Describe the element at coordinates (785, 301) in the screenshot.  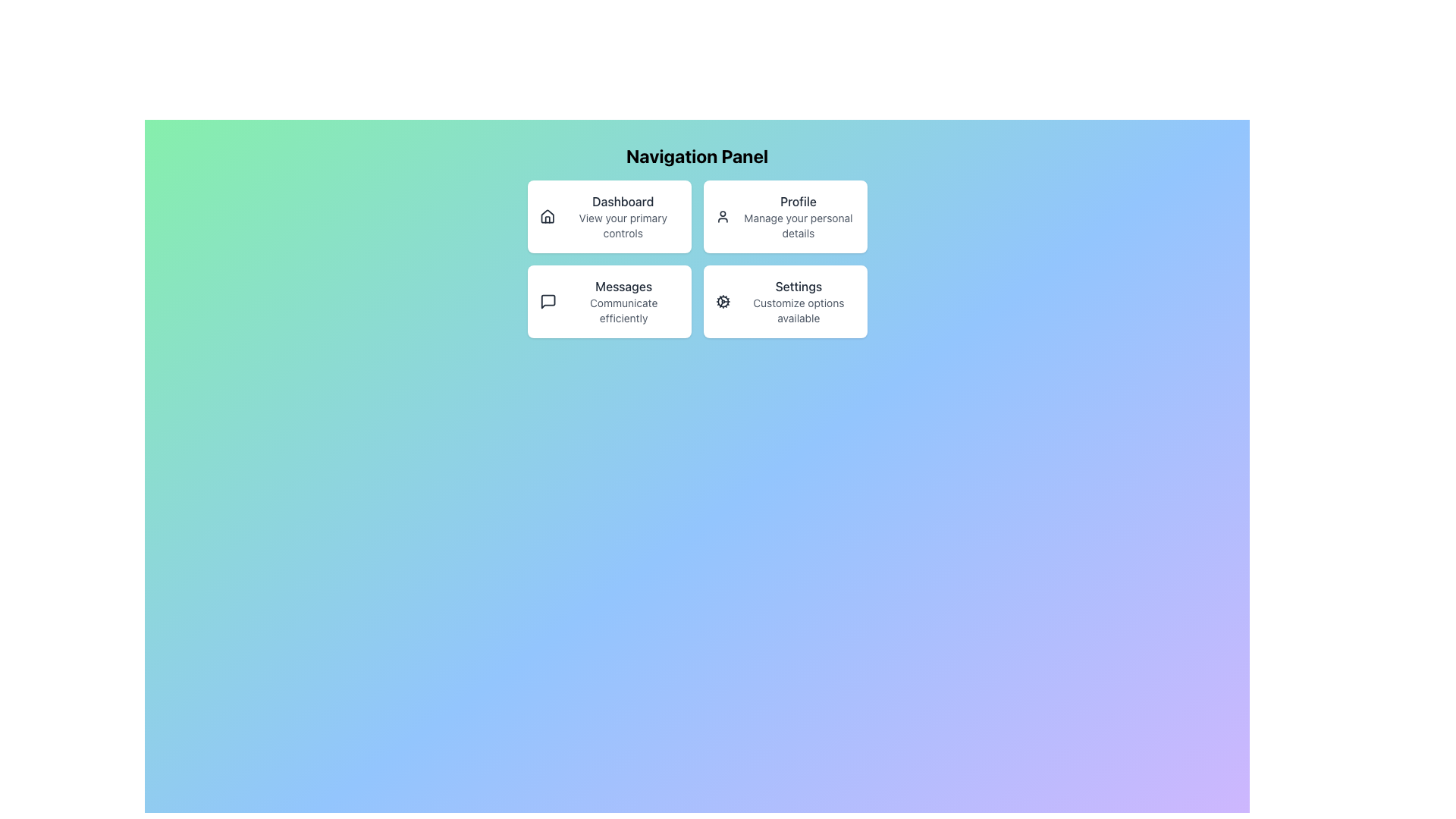
I see `the tile-shaped 'Settings' button with rounded corners and a cogwheel icon` at that location.